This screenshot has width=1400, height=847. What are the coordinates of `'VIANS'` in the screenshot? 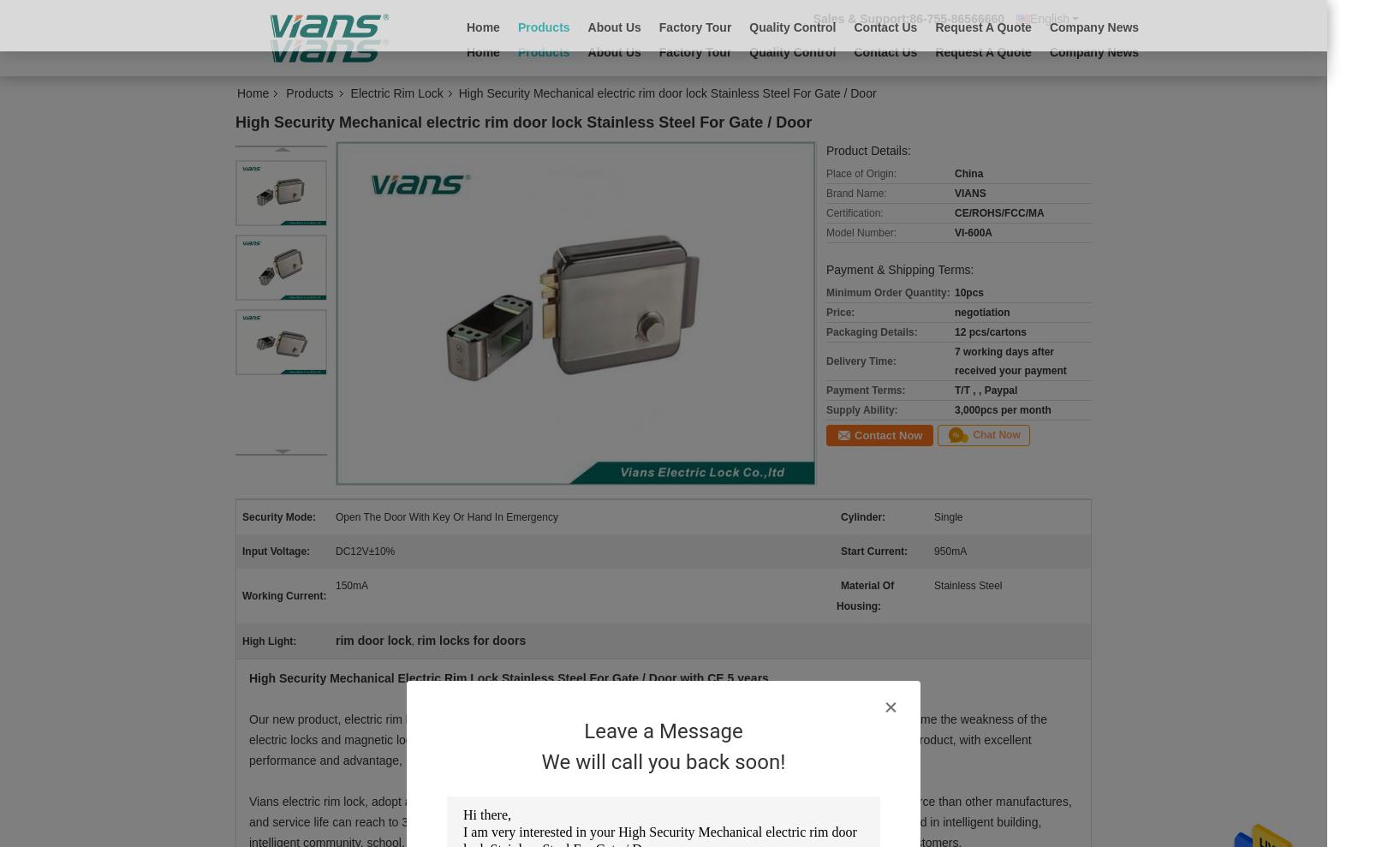 It's located at (970, 192).